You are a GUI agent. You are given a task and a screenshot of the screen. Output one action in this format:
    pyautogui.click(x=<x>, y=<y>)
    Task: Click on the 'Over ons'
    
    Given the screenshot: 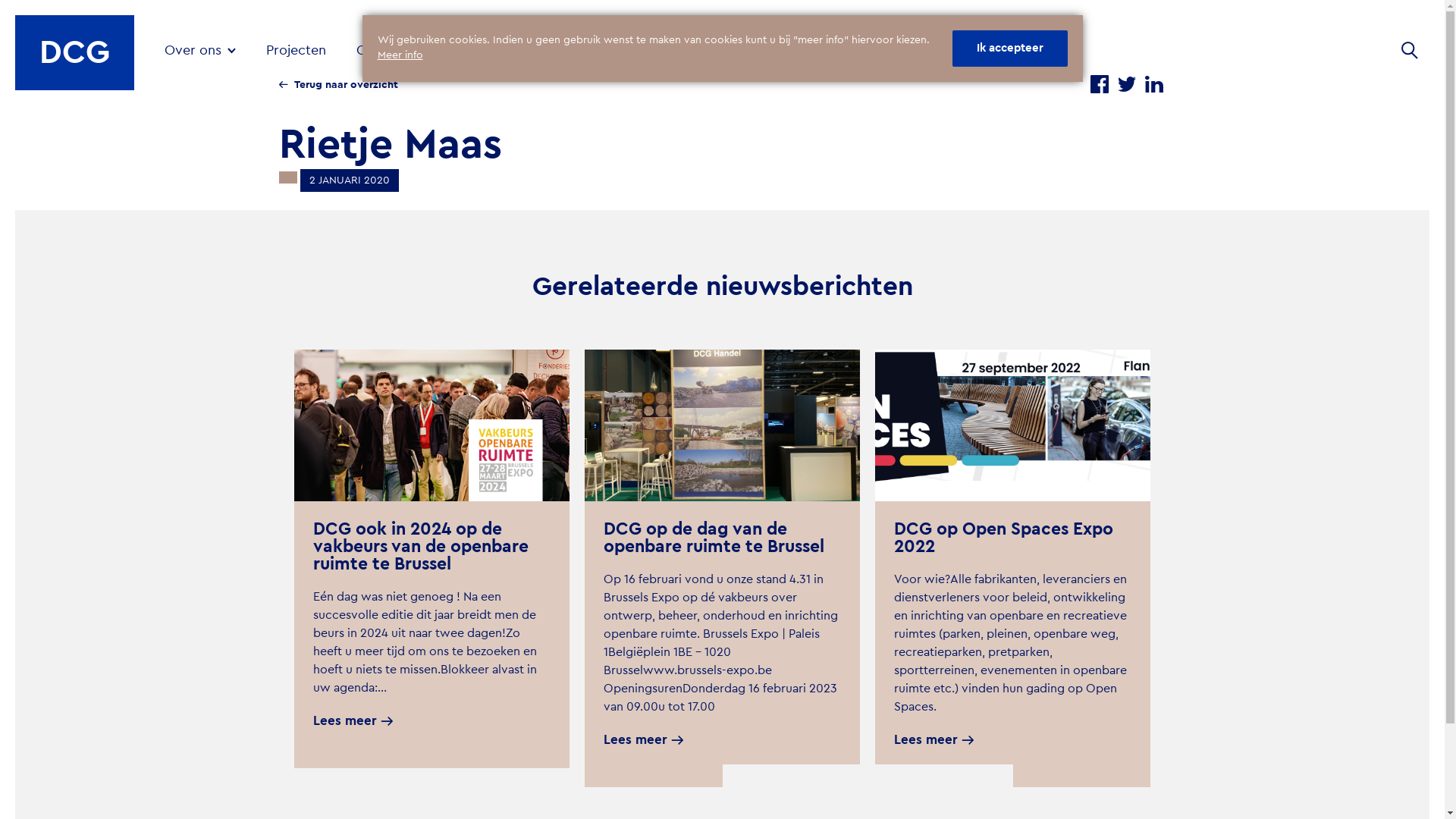 What is the action you would take?
    pyautogui.click(x=199, y=49)
    